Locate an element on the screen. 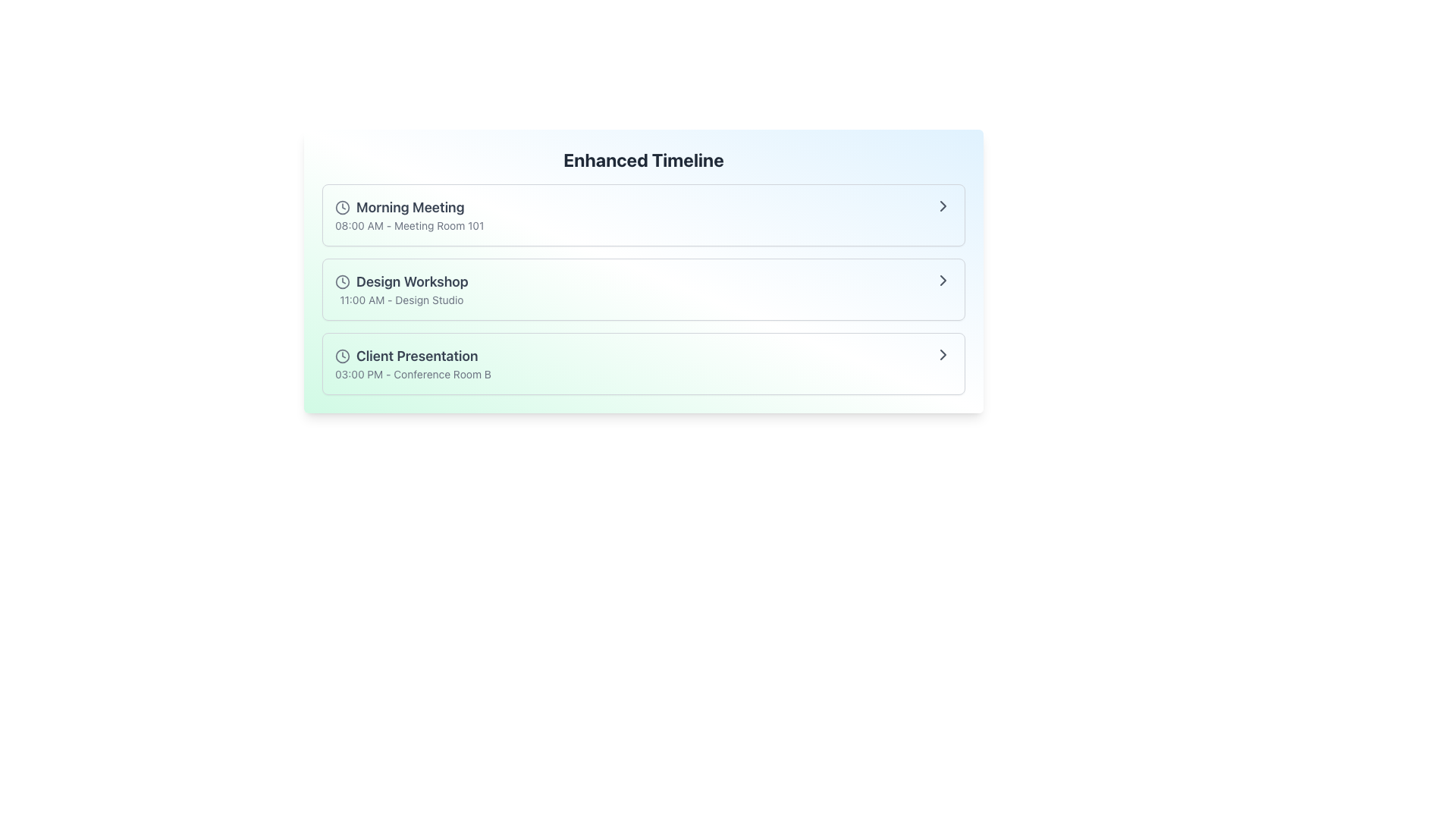  the Chevron icon (right-pointing arrow) is located at coordinates (942, 206).